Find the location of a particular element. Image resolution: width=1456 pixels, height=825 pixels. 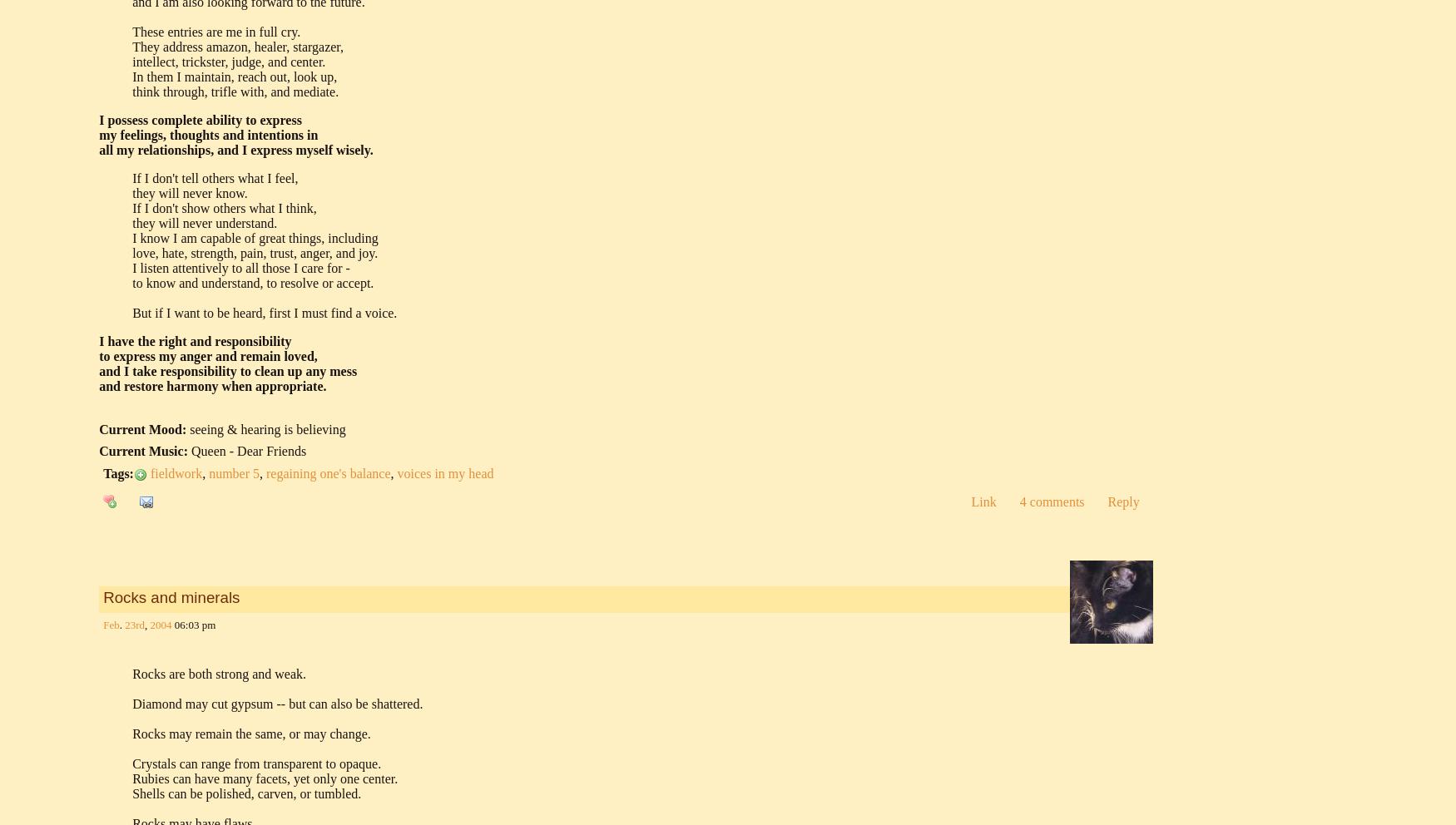

'23rd' is located at coordinates (134, 623).